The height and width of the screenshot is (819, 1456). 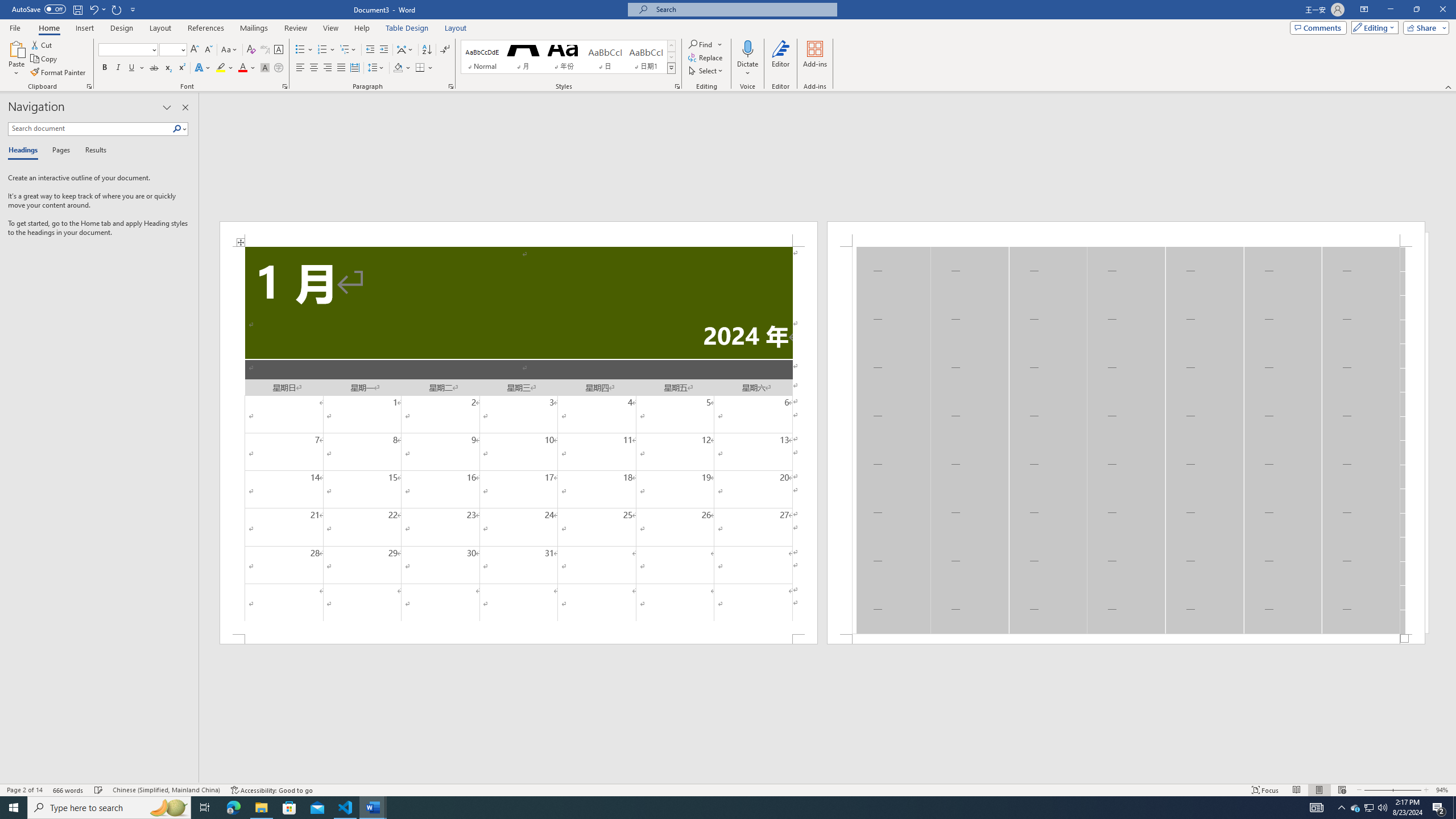 I want to click on 'Mode', so click(x=1372, y=27).